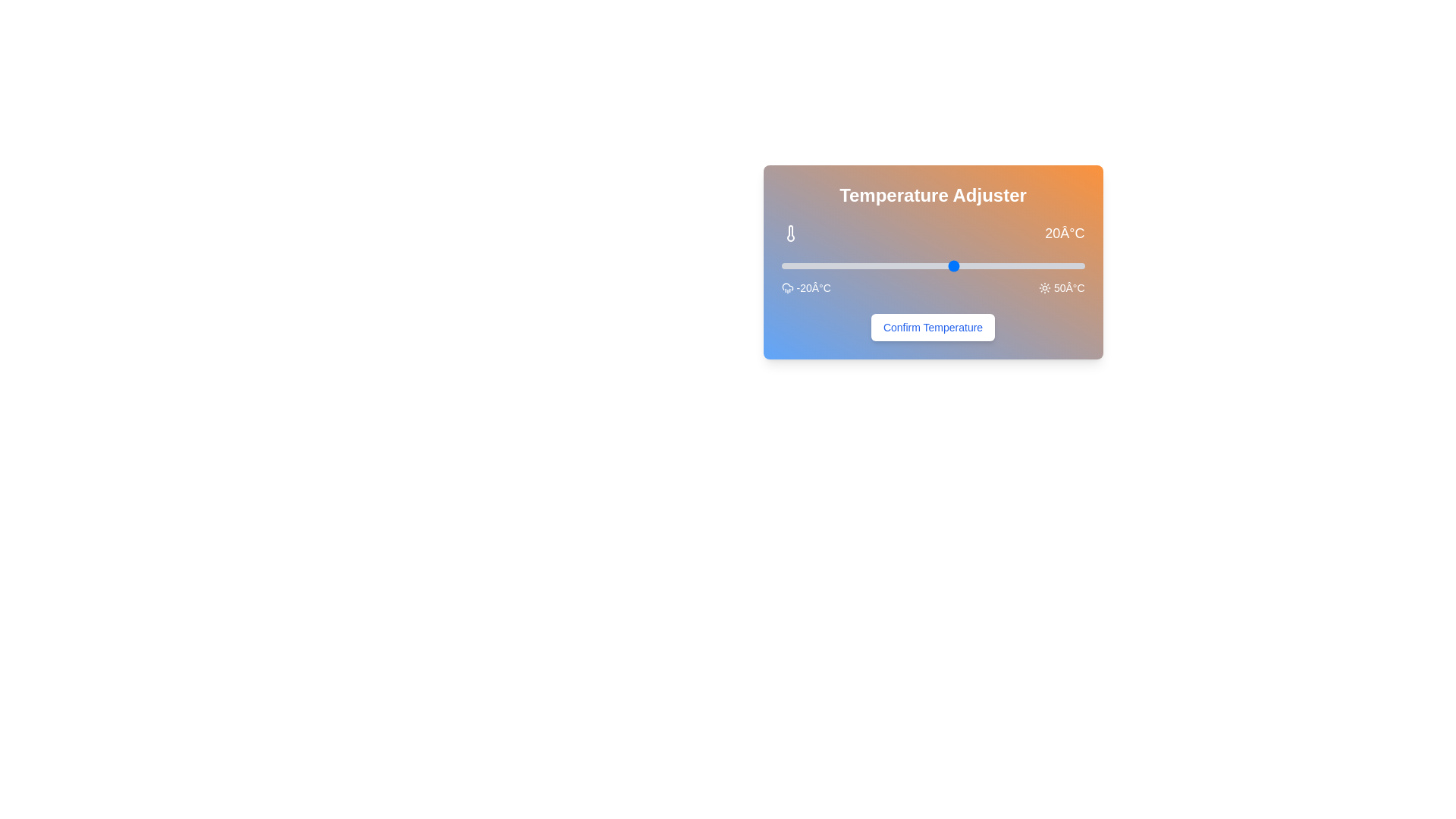  Describe the element at coordinates (855, 265) in the screenshot. I see `the temperature slider to -3°C` at that location.